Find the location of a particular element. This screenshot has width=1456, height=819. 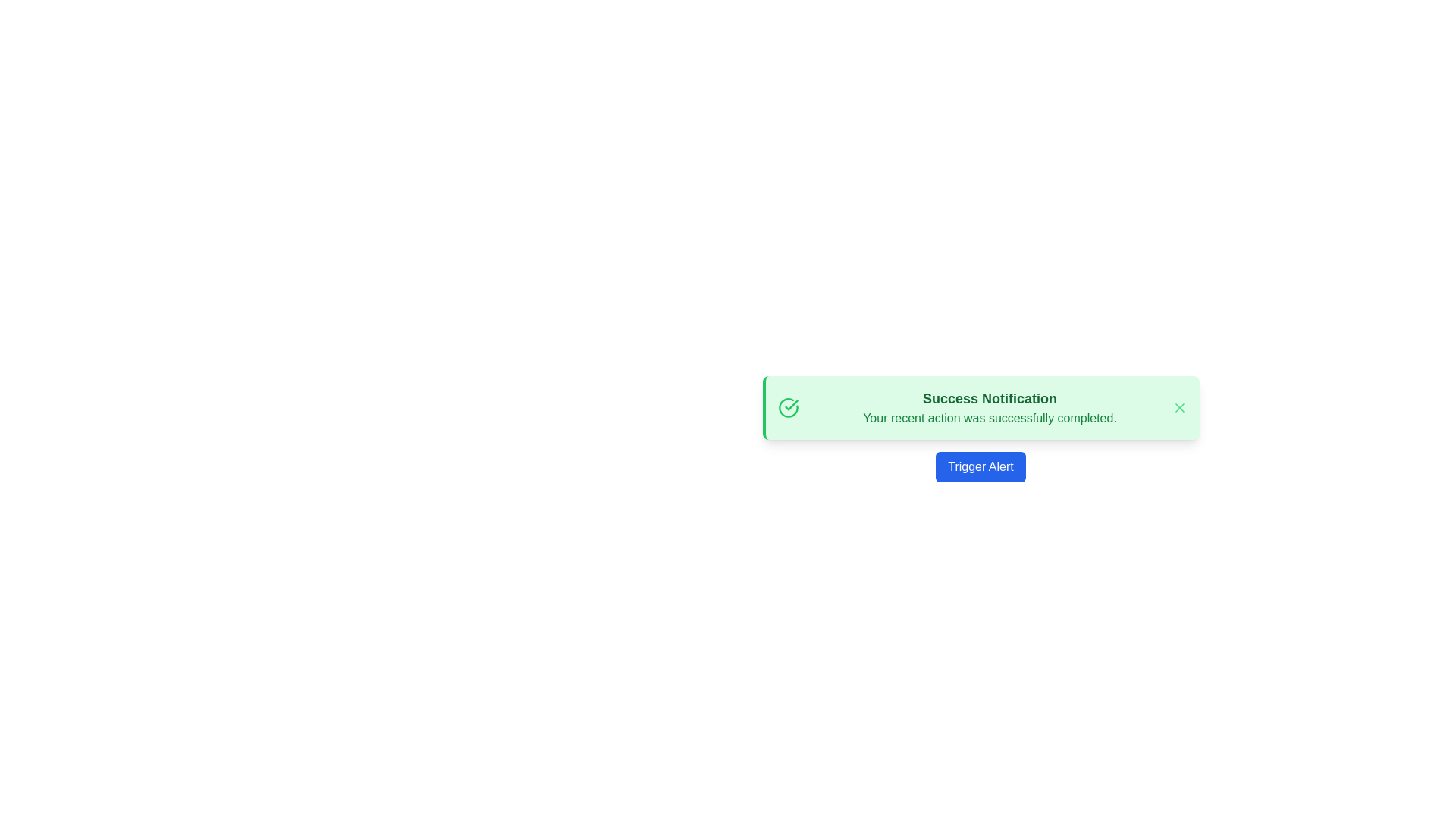

the green circular Decorative icon with a checkmark inside, located at the leftmost part of the success notification banner is located at coordinates (788, 406).